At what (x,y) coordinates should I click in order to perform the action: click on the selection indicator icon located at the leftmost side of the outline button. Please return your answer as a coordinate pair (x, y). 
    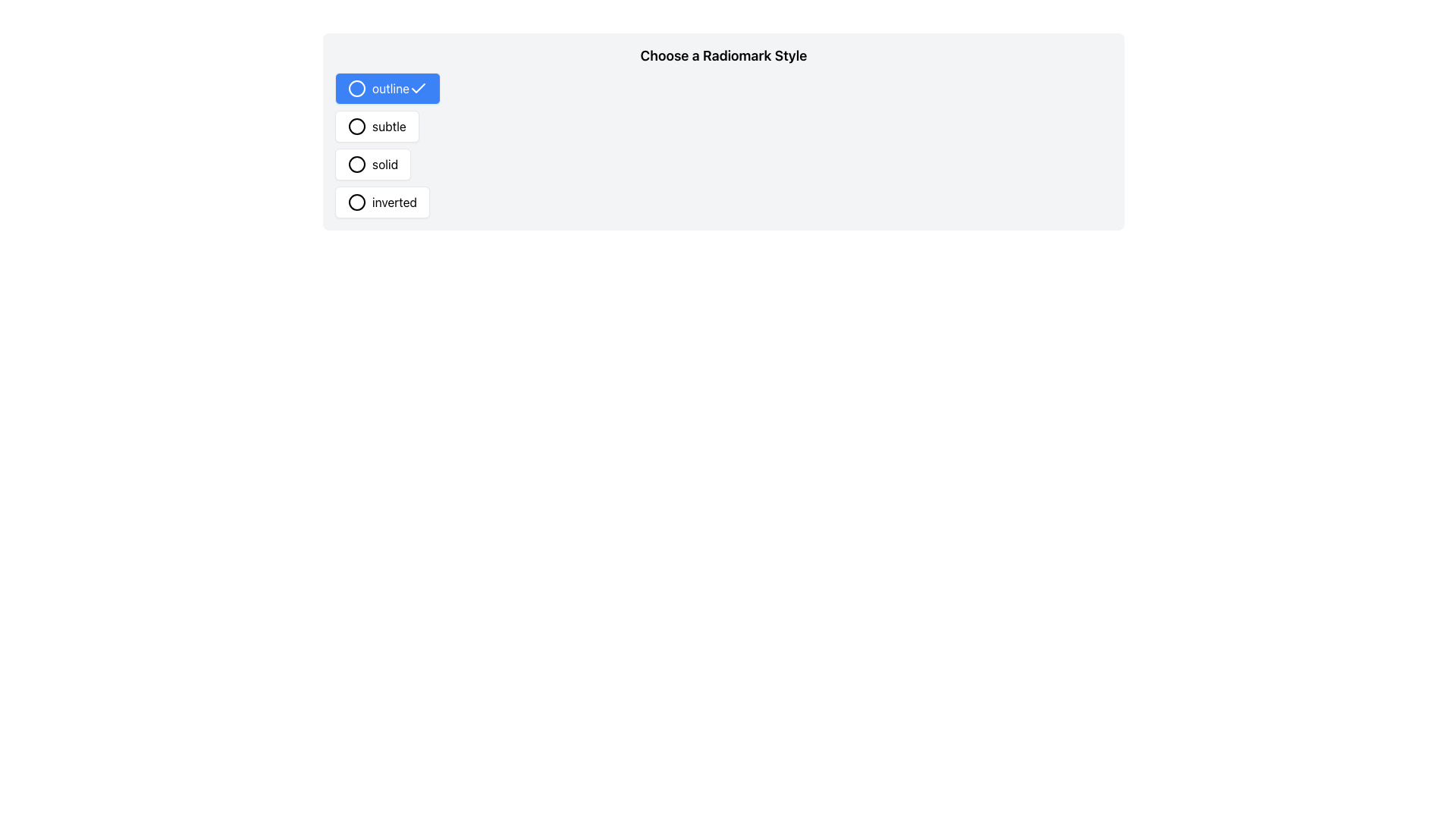
    Looking at the image, I should click on (356, 88).